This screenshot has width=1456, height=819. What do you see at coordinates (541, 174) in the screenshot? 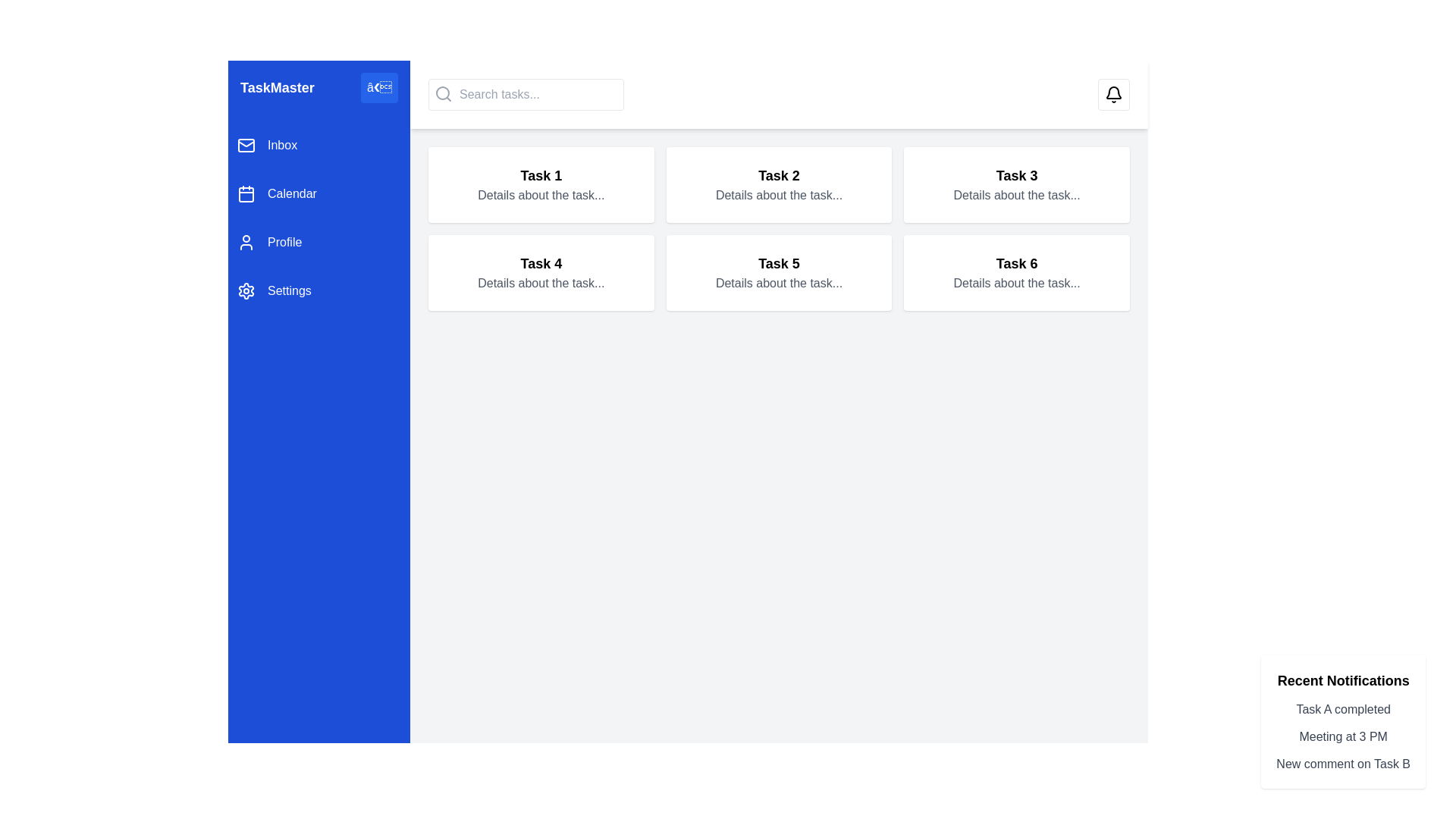
I see `the Static Text element displaying 'Task 1', which is styled in bold and prominently positioned within the first card of the task grid` at bounding box center [541, 174].